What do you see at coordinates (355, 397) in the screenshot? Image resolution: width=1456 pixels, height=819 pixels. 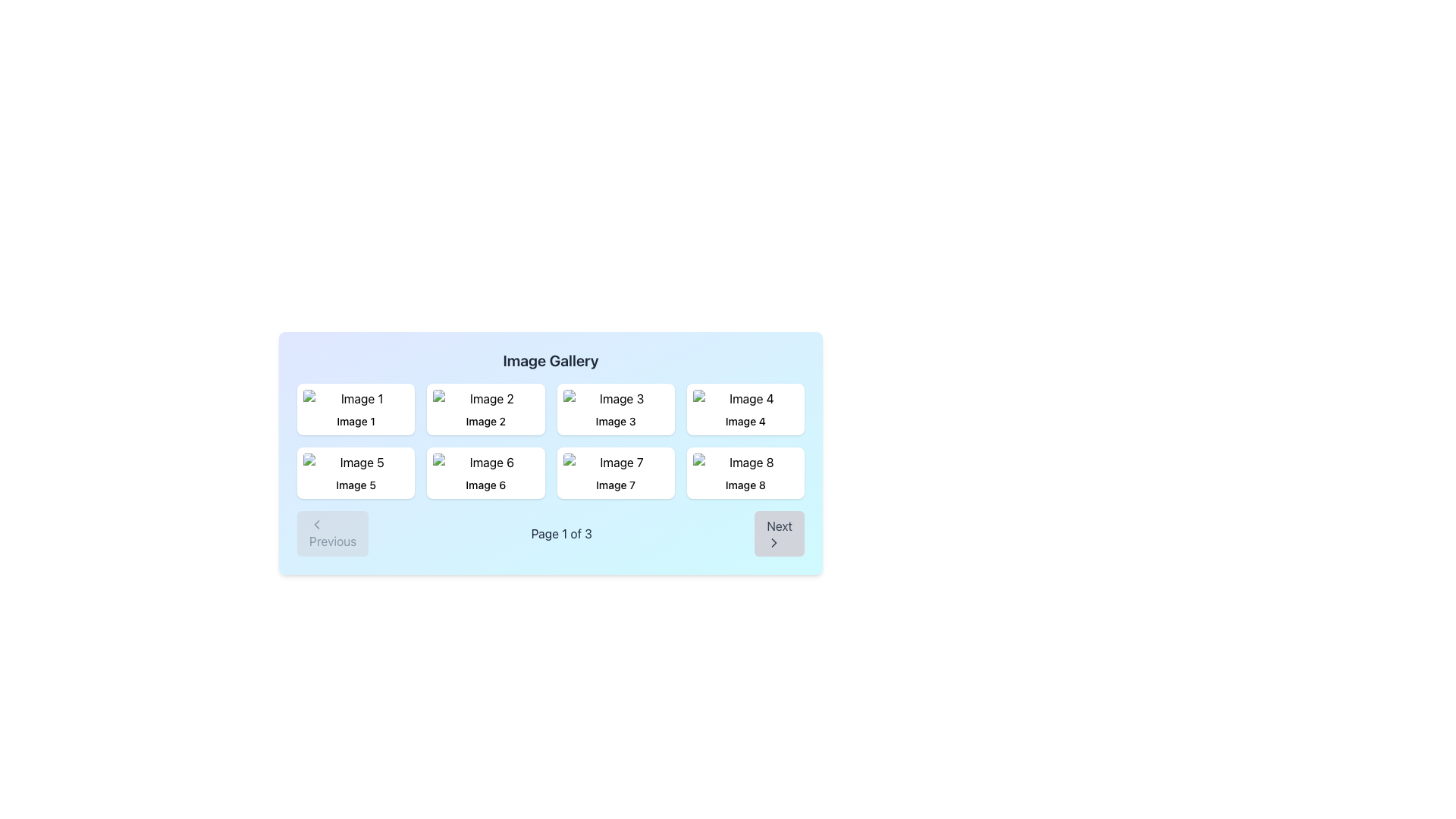 I see `the image placeholder displaying 'Image 1' which is part of a card layout in the first row of the image gallery` at bounding box center [355, 397].